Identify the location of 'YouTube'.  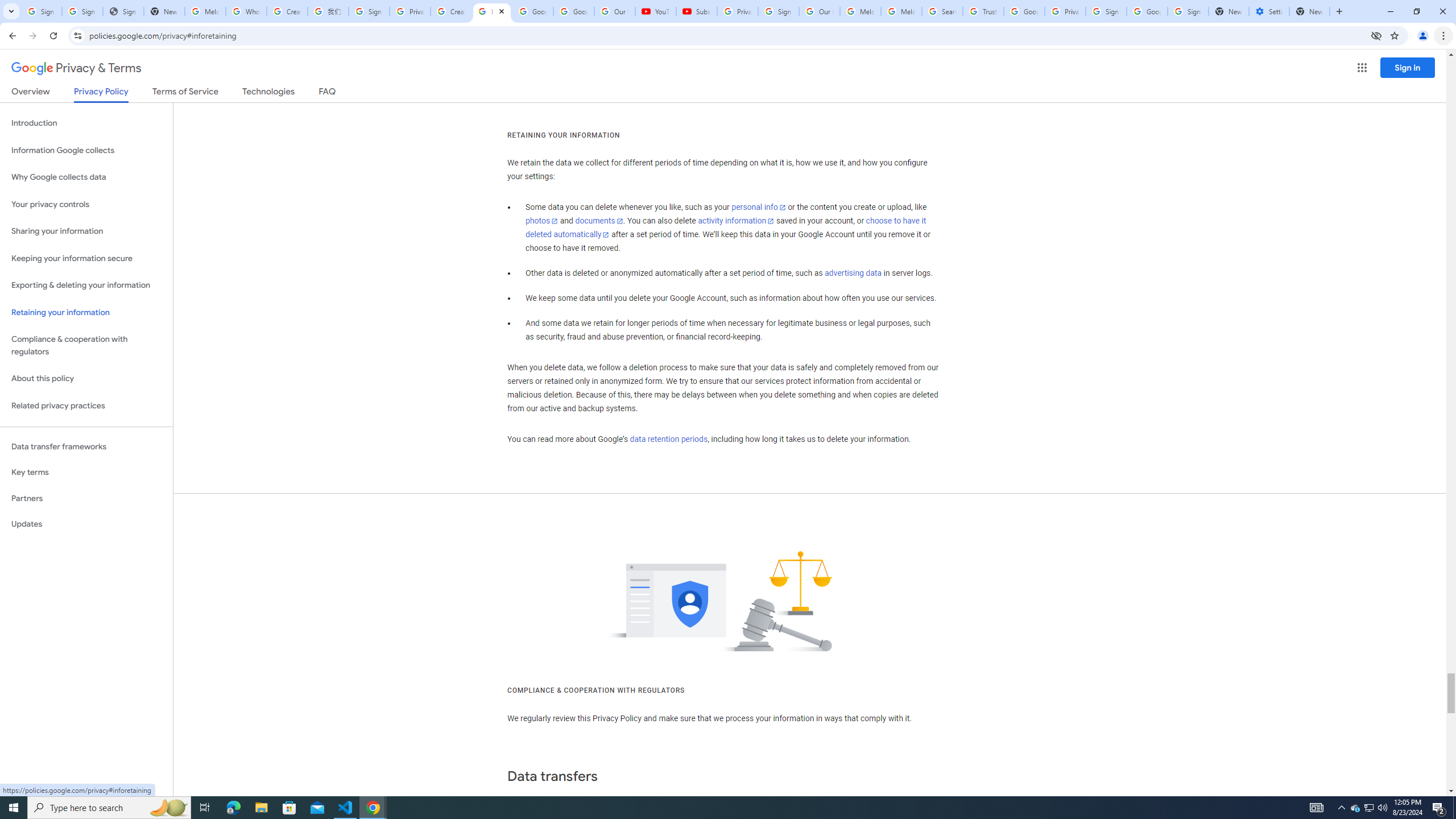
(656, 11).